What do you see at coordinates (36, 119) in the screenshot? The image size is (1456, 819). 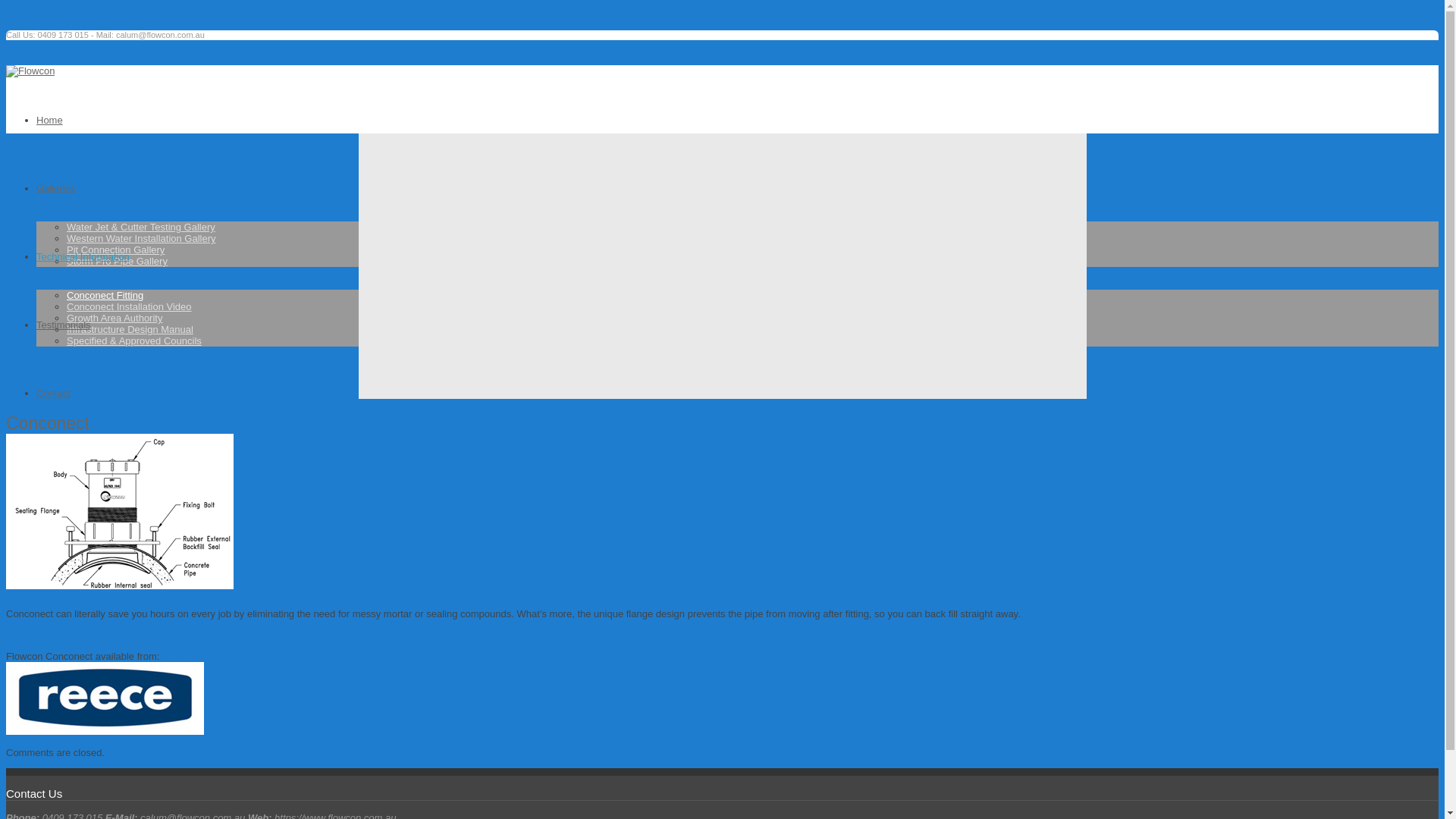 I see `'Home'` at bounding box center [36, 119].